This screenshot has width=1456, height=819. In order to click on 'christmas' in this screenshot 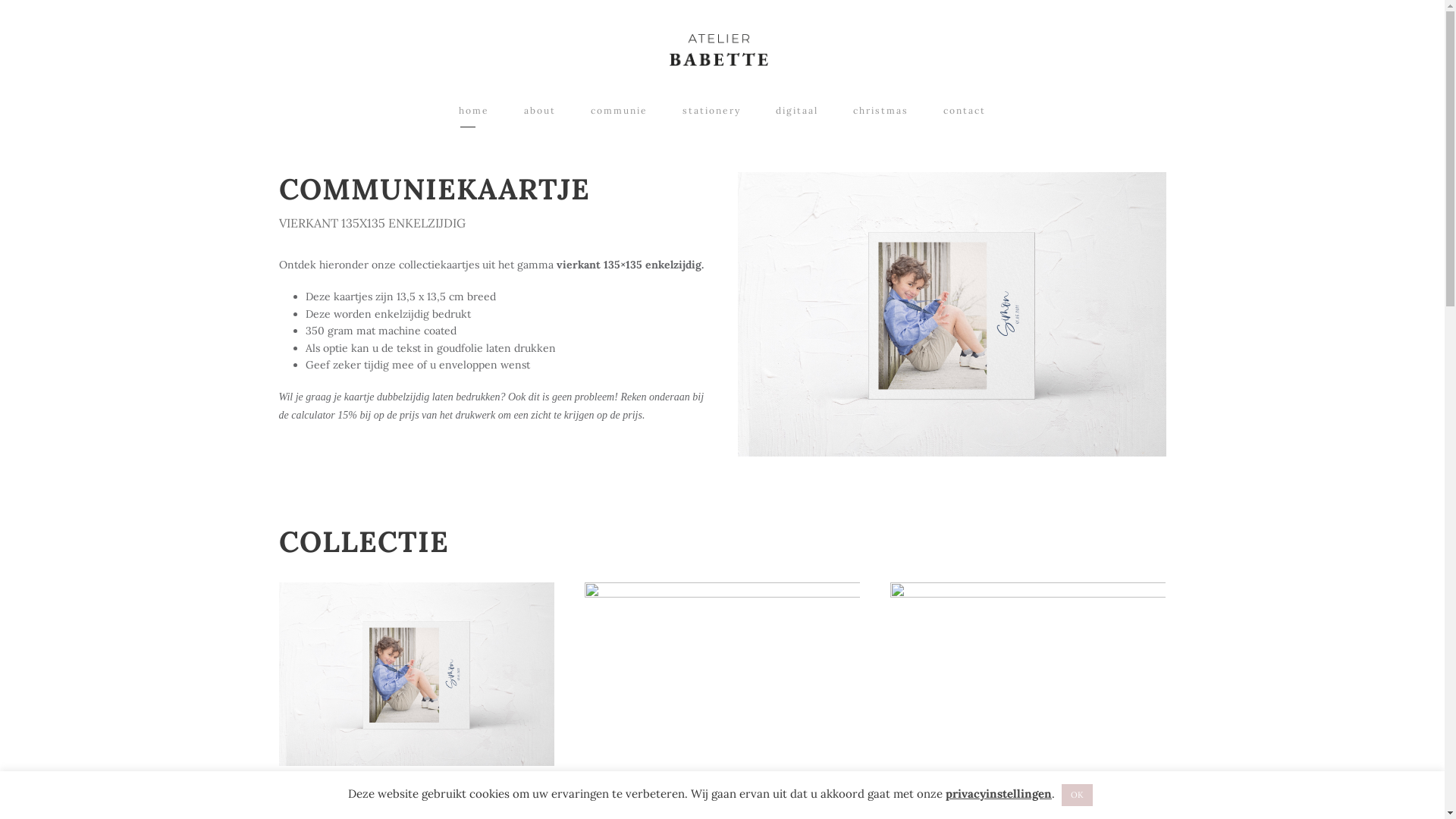, I will do `click(852, 113)`.